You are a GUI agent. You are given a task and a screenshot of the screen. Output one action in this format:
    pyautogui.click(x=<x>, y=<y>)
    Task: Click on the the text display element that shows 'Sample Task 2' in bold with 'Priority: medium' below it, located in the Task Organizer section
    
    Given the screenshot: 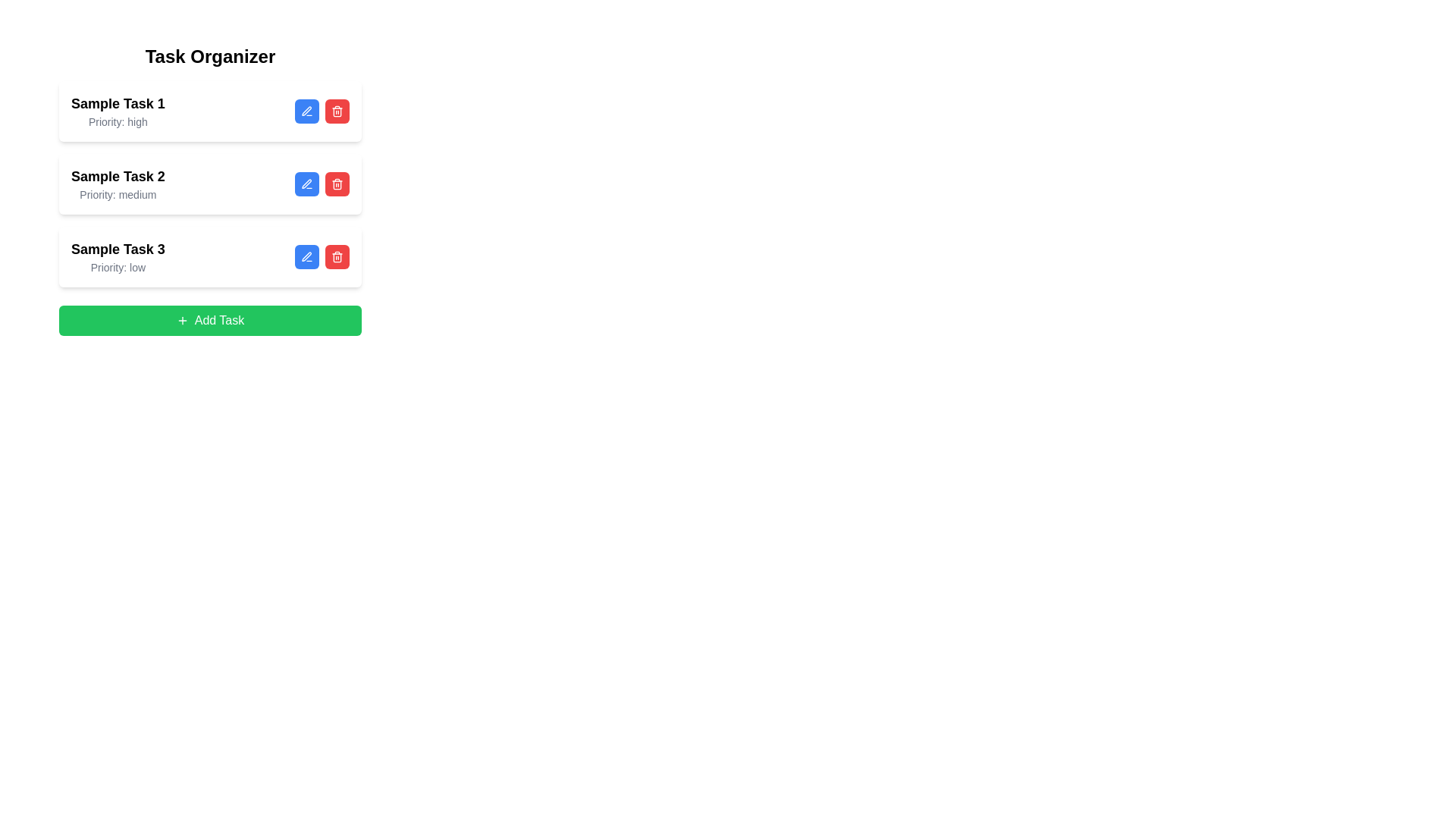 What is the action you would take?
    pyautogui.click(x=117, y=184)
    